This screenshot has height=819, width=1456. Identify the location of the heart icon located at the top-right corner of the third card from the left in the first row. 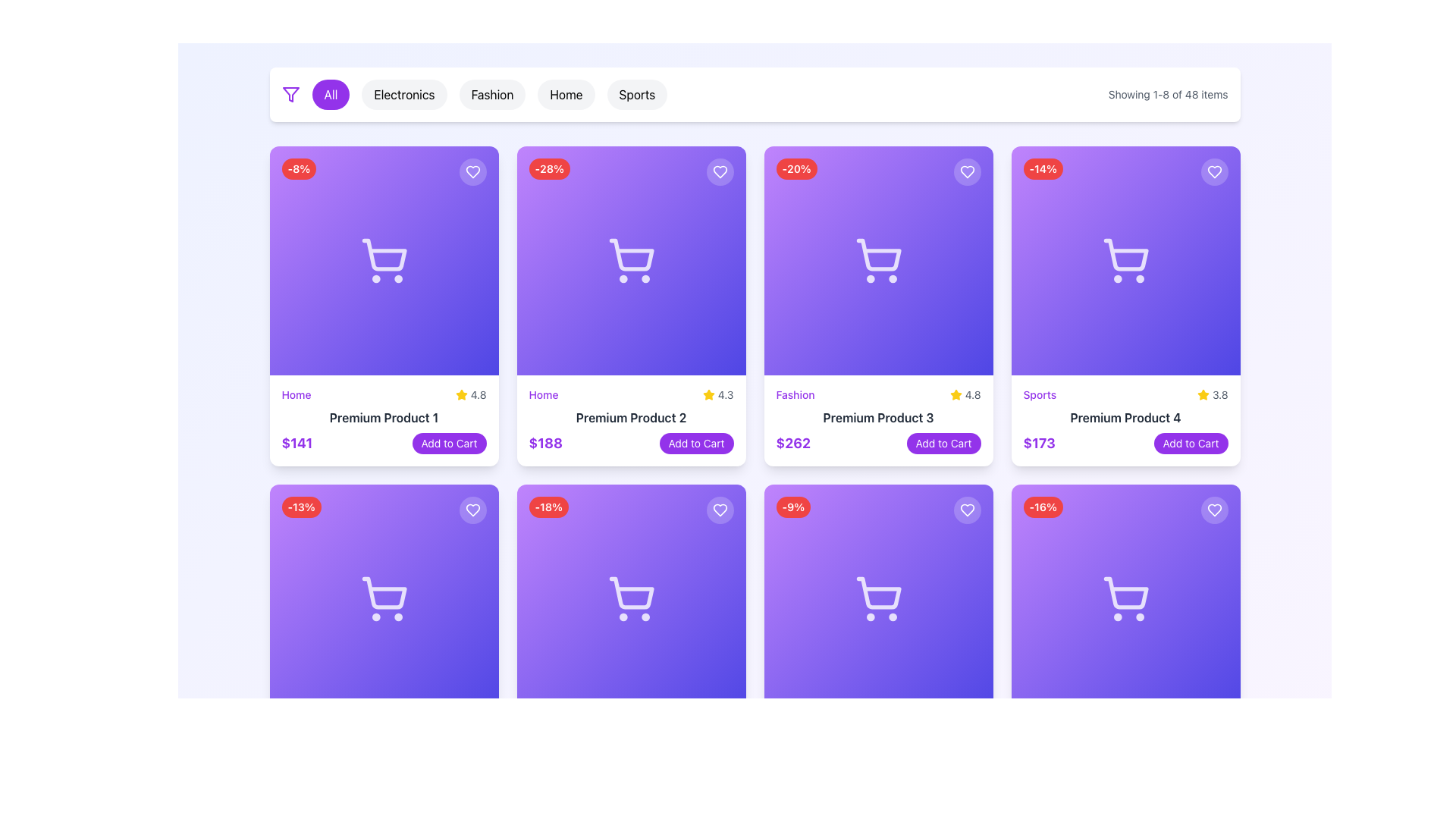
(966, 171).